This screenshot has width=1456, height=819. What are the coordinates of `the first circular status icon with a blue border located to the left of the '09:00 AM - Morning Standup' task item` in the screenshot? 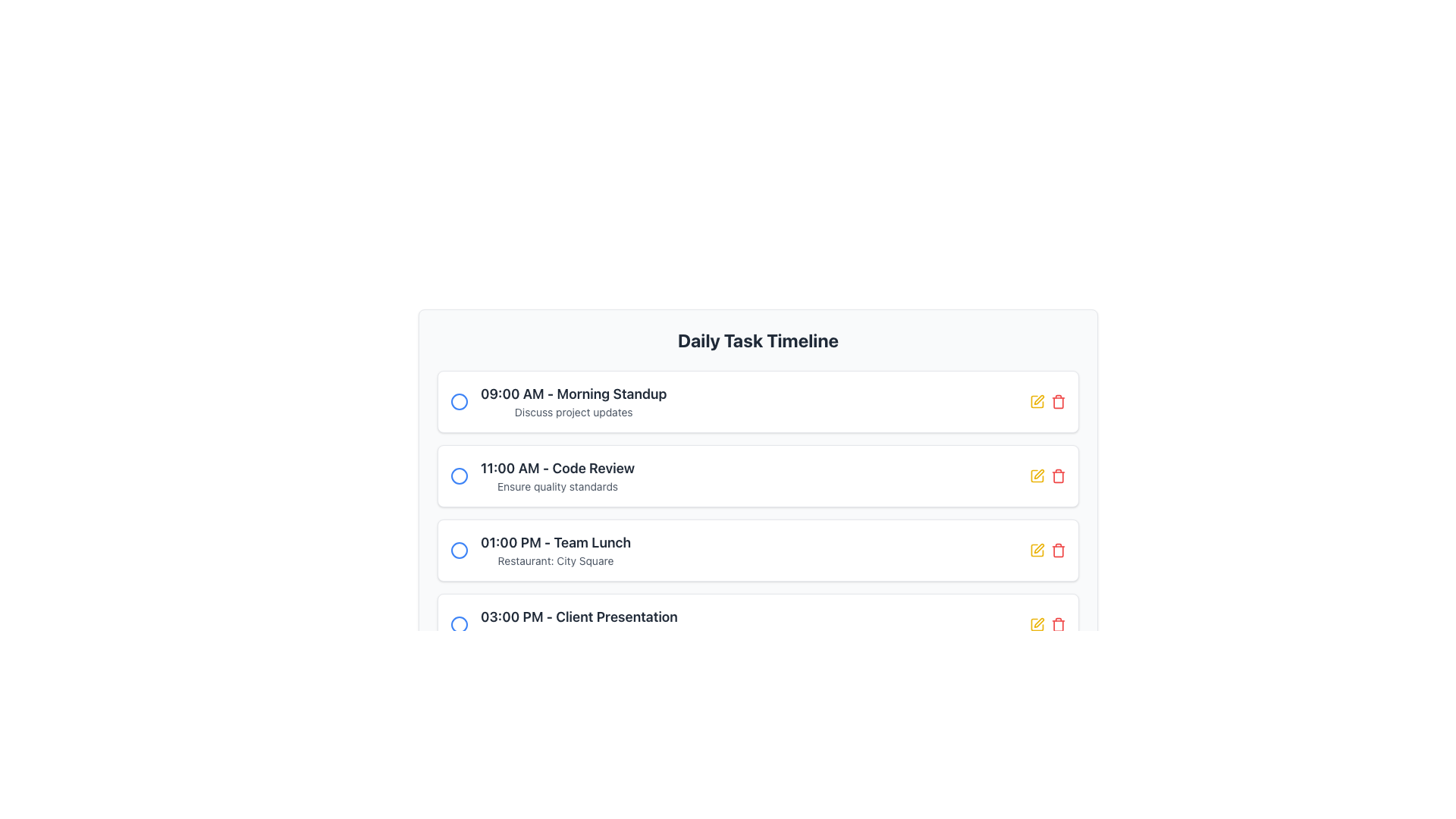 It's located at (458, 400).